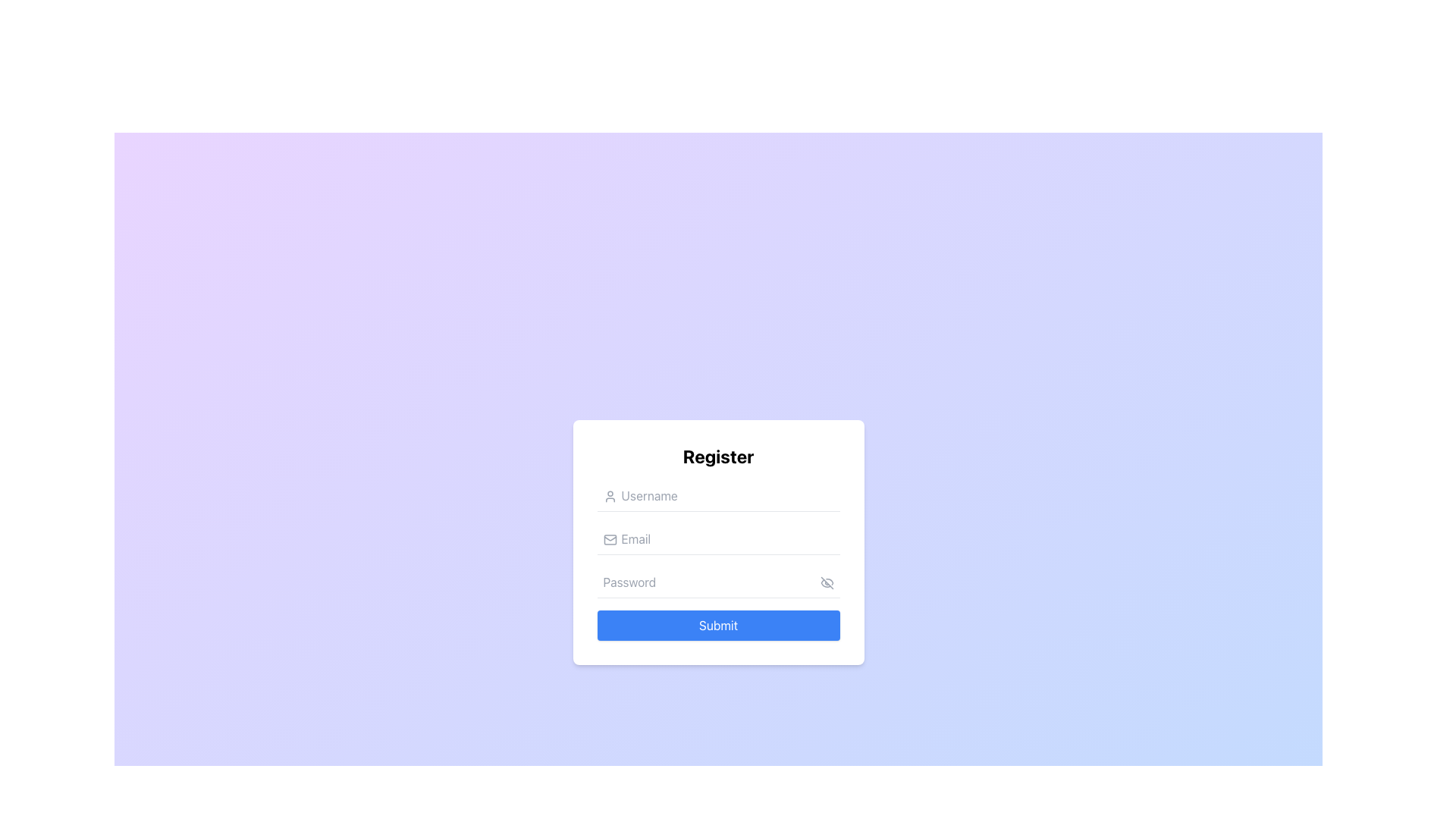 The image size is (1456, 819). I want to click on the submit button located at the bottom of the form layout to activate hover effects, so click(717, 625).